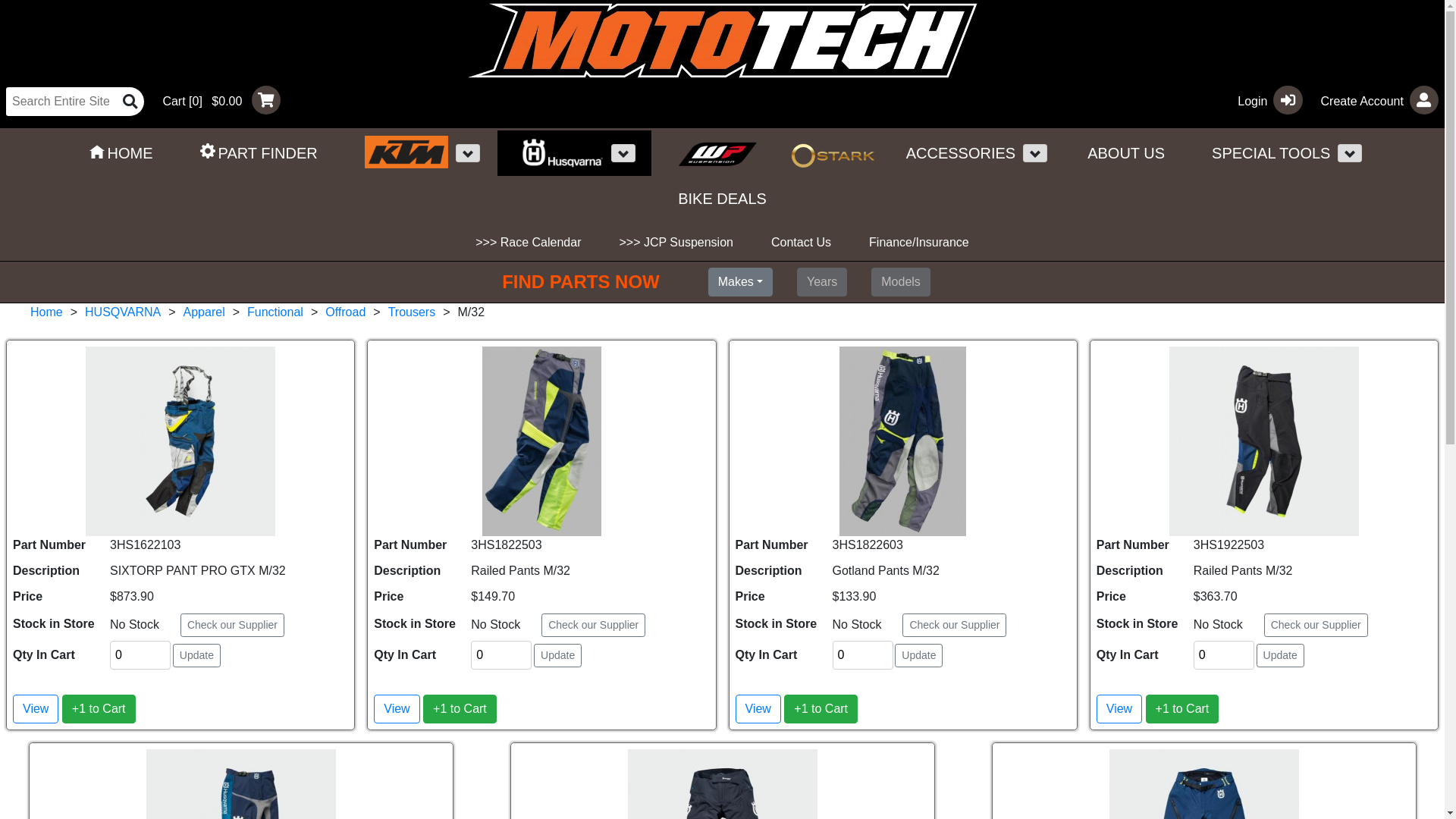  Describe the element at coordinates (259, 152) in the screenshot. I see `'PART FINDER'` at that location.